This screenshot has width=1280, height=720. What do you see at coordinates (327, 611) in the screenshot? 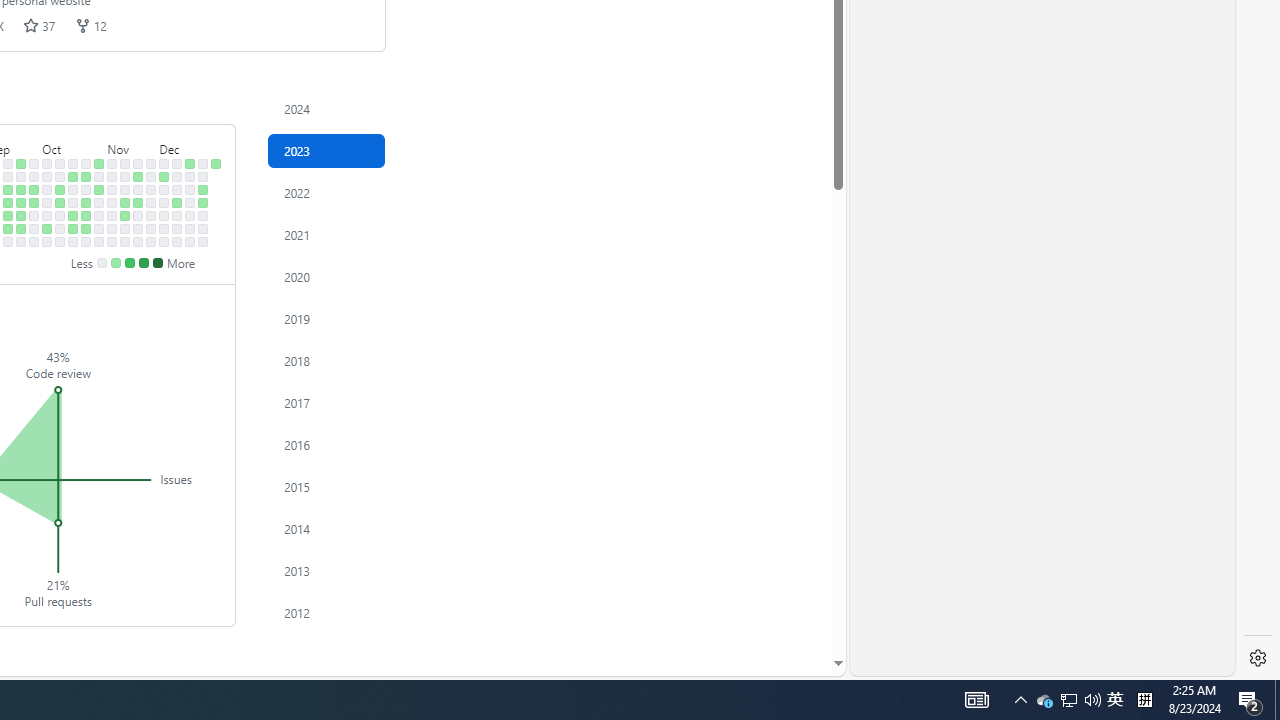
I see `'2012'` at bounding box center [327, 611].